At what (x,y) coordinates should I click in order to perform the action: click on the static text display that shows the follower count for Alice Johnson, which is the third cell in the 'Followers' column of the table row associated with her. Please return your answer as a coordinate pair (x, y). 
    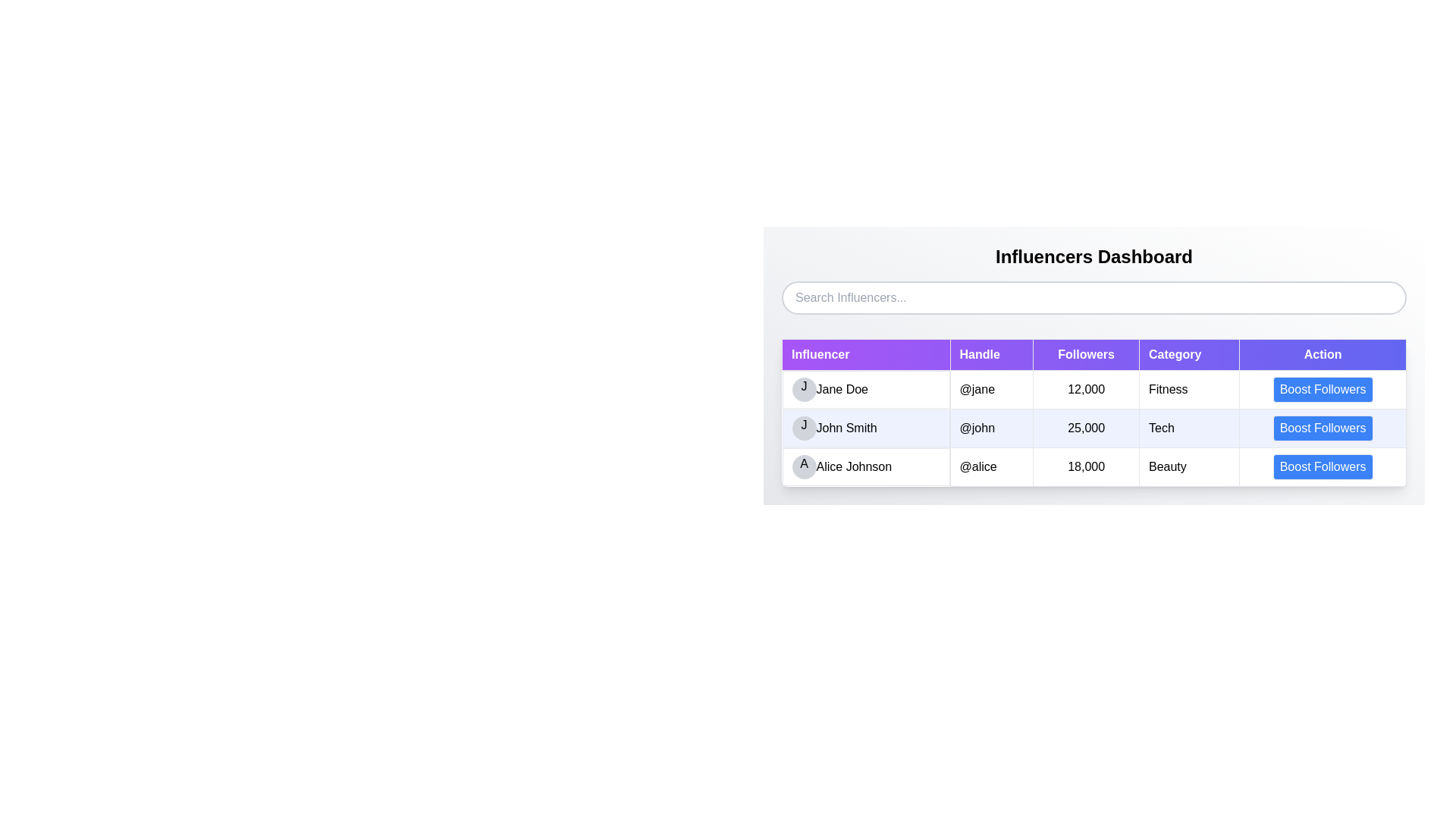
    Looking at the image, I should click on (1085, 466).